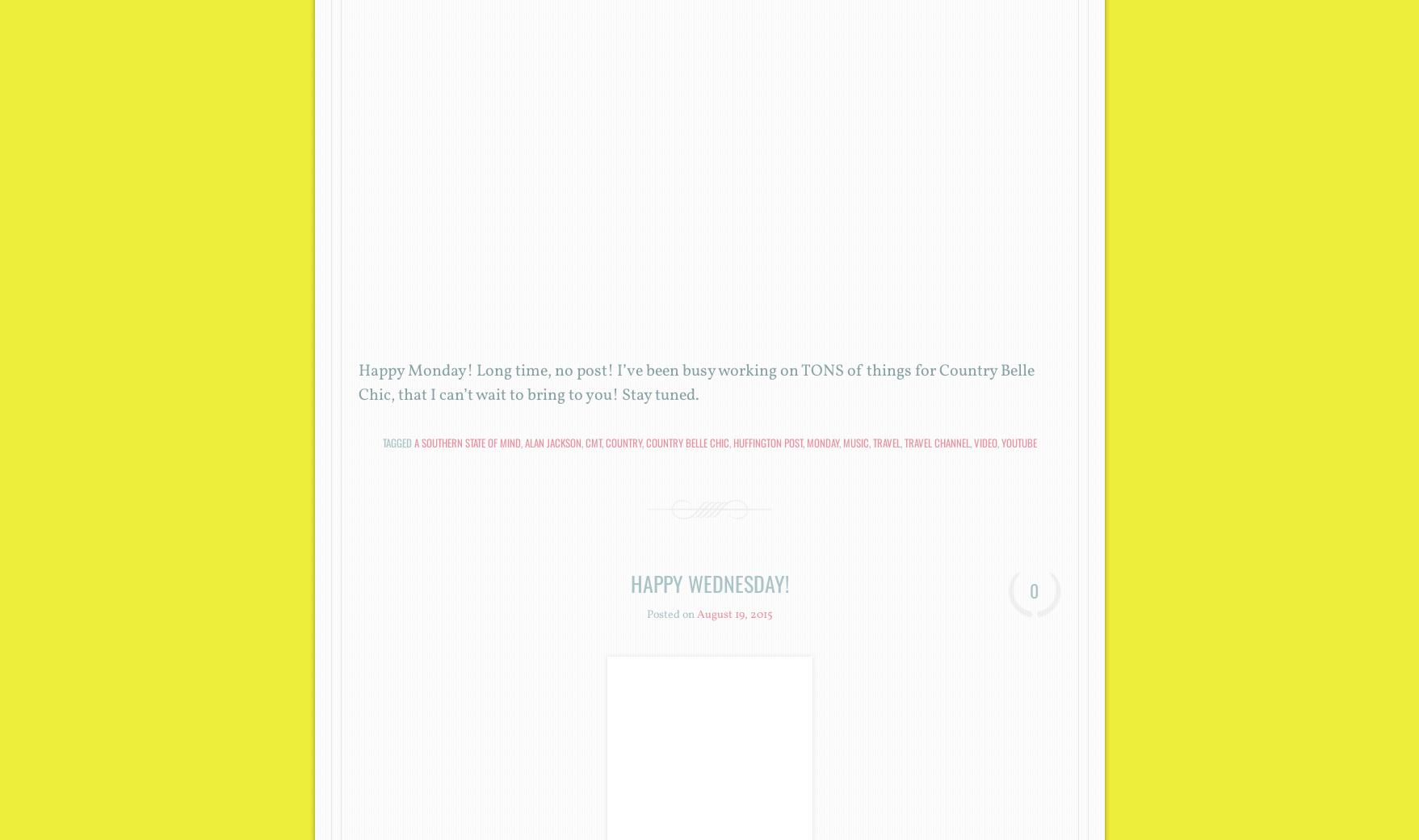  What do you see at coordinates (984, 441) in the screenshot?
I see `'Video'` at bounding box center [984, 441].